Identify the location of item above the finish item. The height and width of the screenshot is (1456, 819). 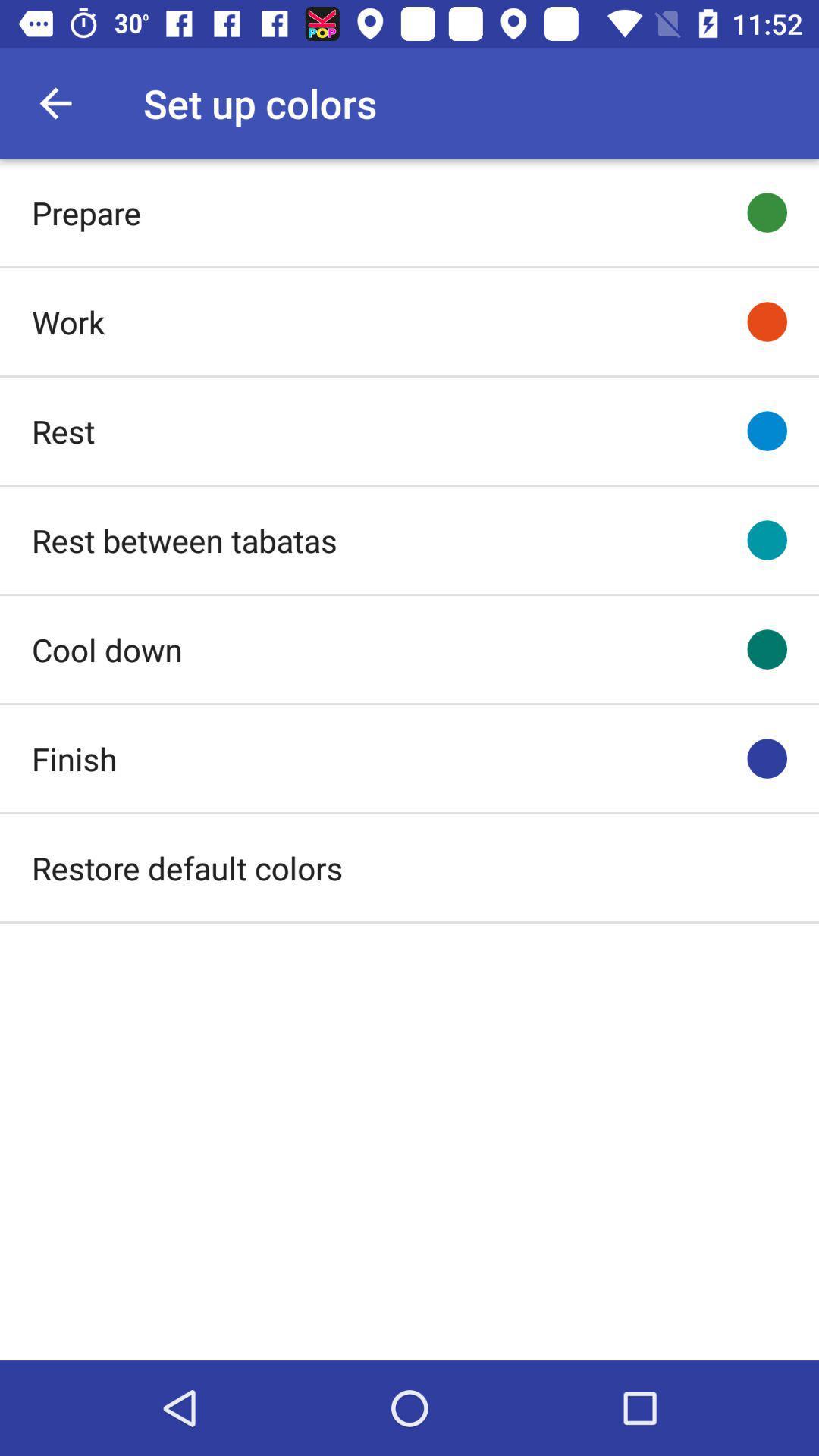
(106, 649).